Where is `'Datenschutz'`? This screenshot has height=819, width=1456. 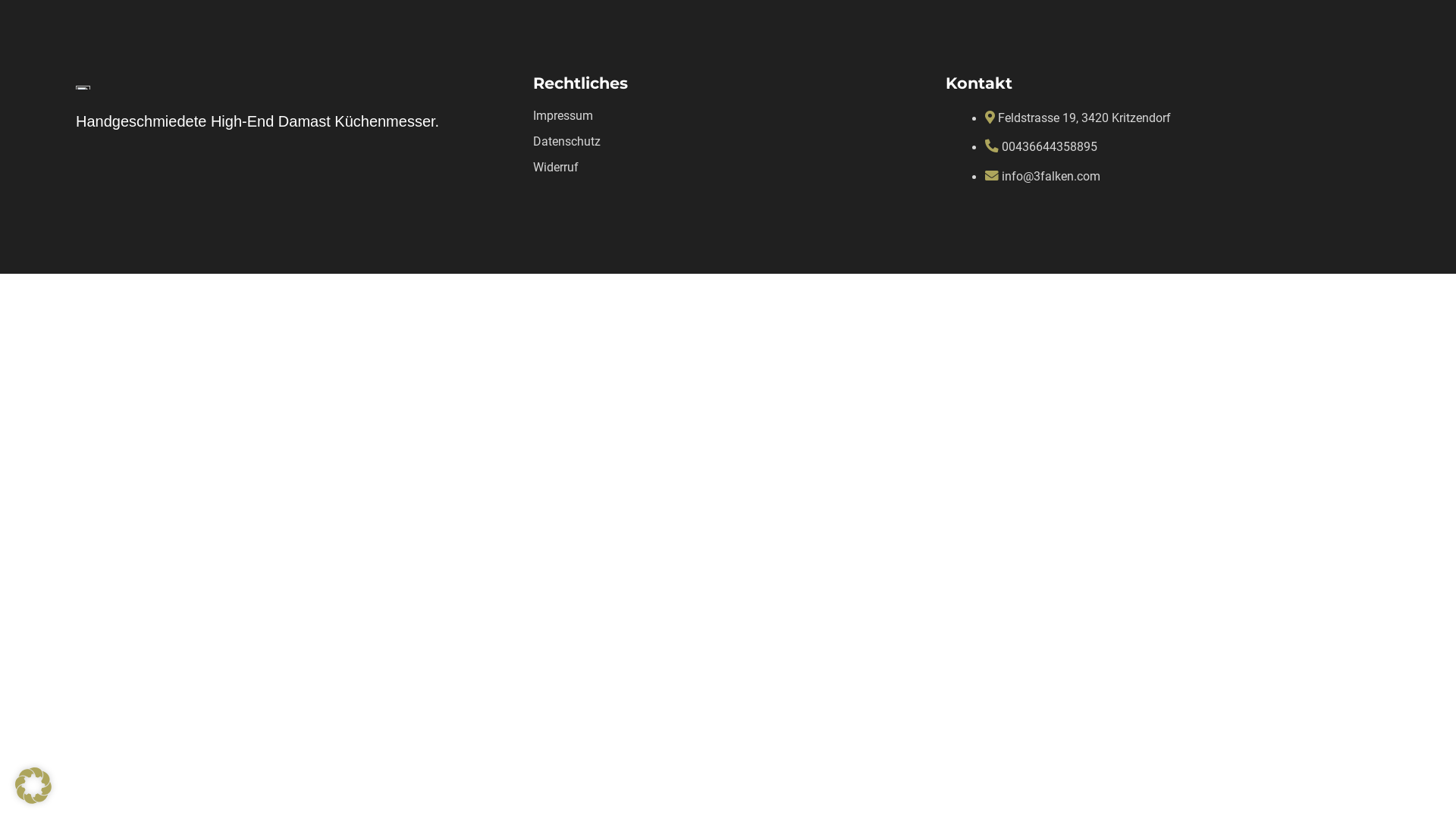
'Datenschutz' is located at coordinates (566, 141).